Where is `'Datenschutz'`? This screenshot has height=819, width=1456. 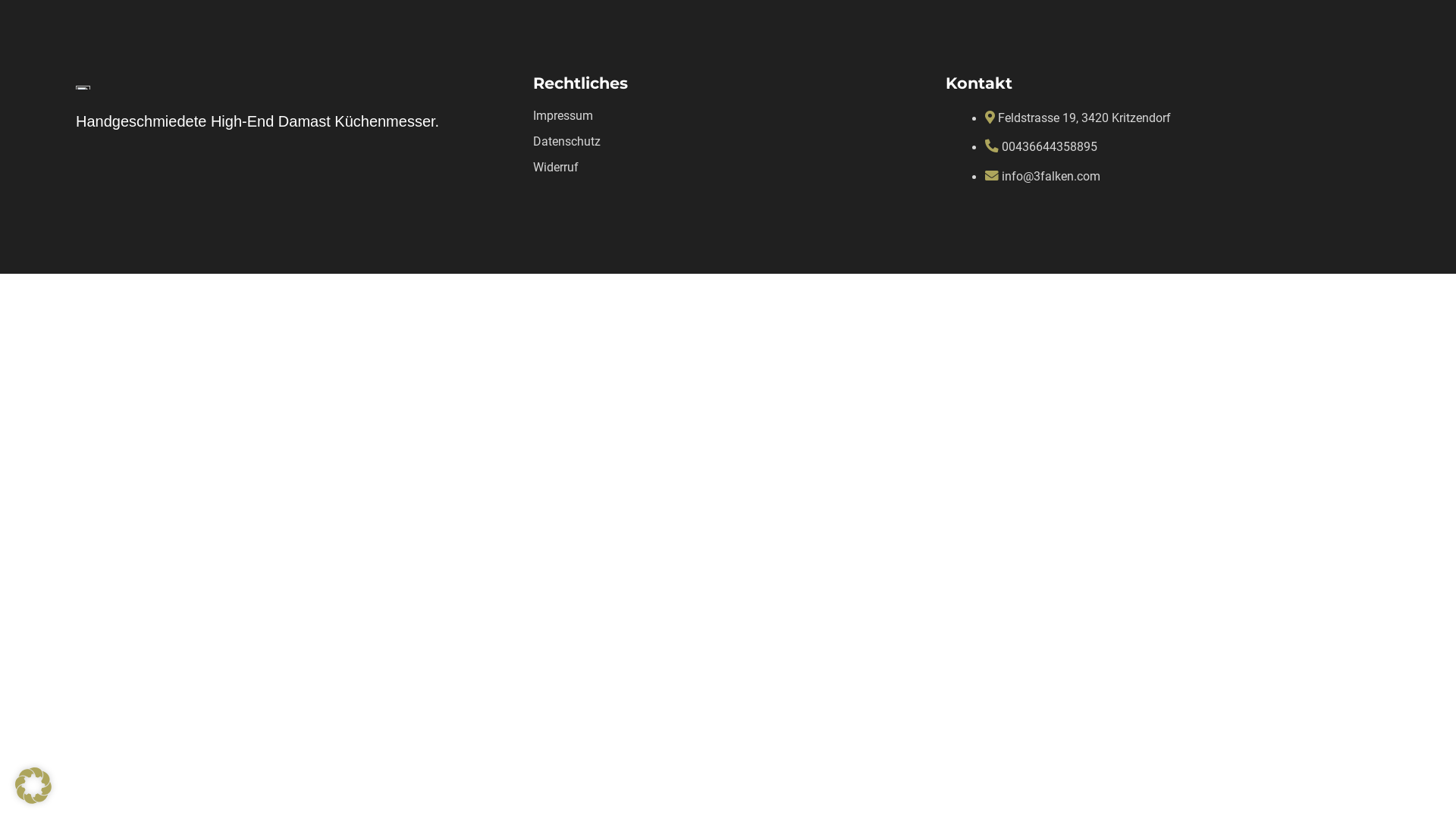
'Datenschutz' is located at coordinates (566, 141).